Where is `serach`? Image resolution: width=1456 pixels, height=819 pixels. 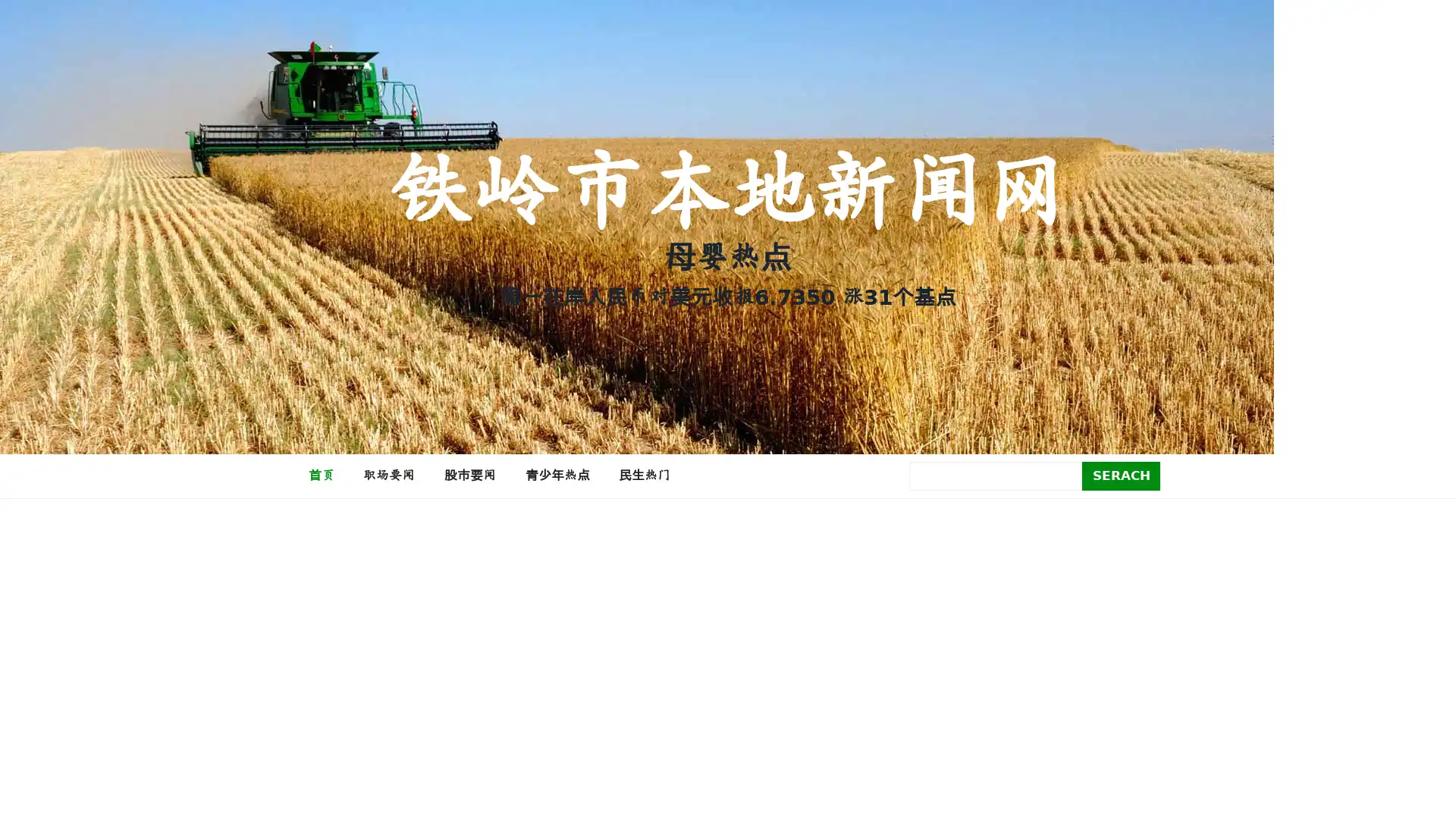 serach is located at coordinates (1121, 475).